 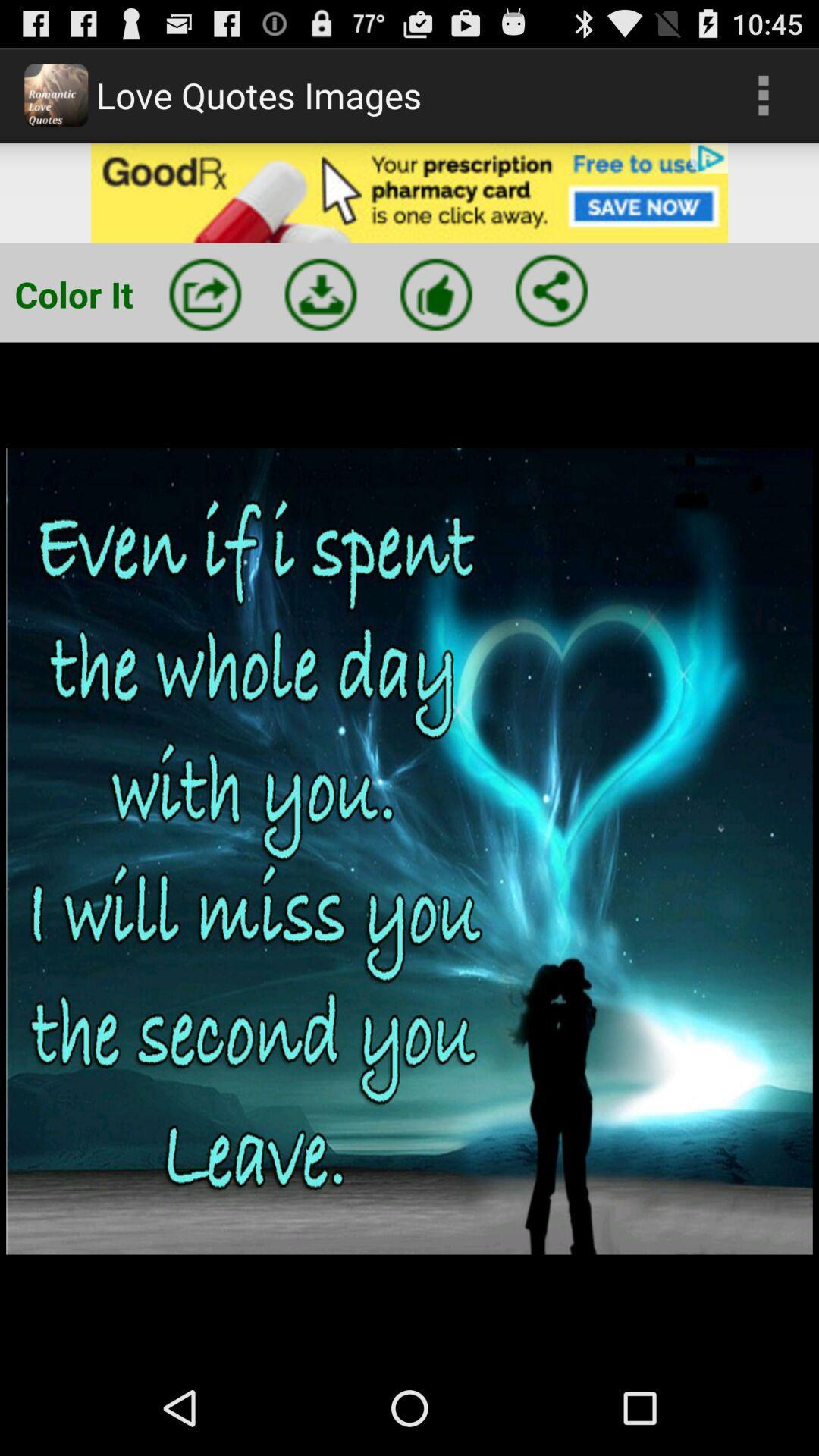 What do you see at coordinates (436, 294) in the screenshot?
I see `indicate like` at bounding box center [436, 294].